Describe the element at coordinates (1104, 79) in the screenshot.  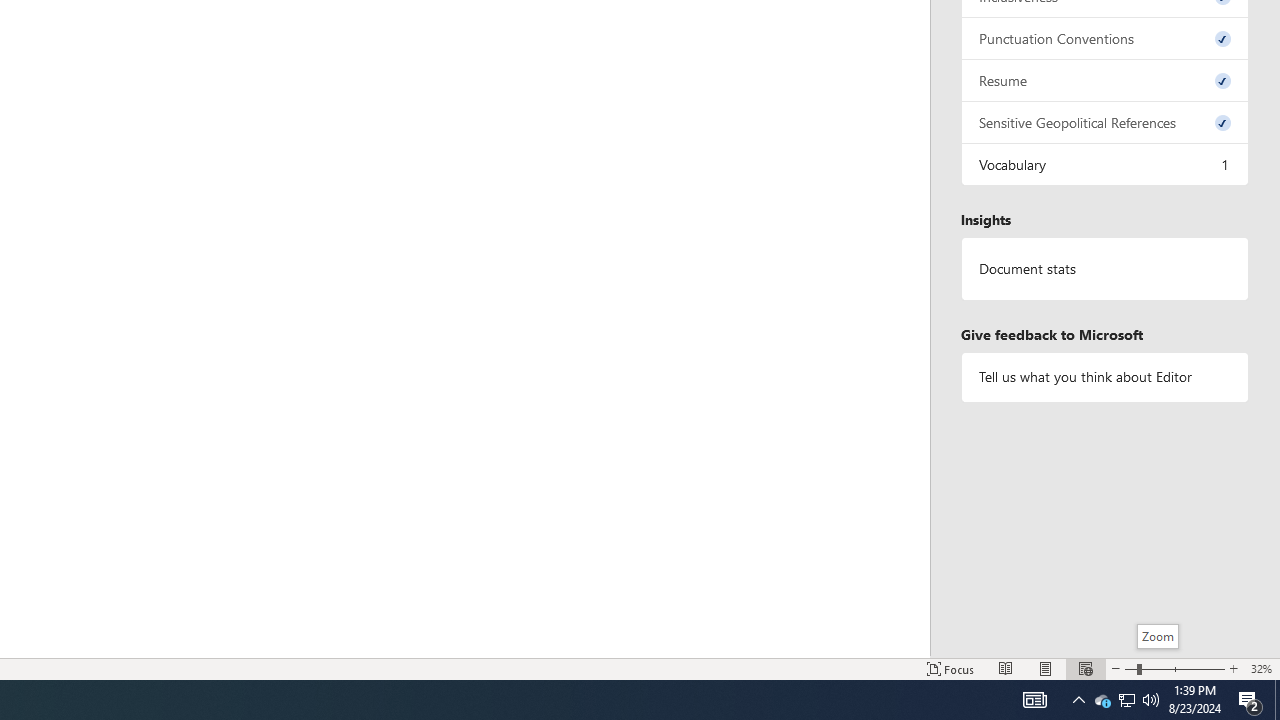
I see `'Resume, 0 issues. Press space or enter to review items.'` at that location.